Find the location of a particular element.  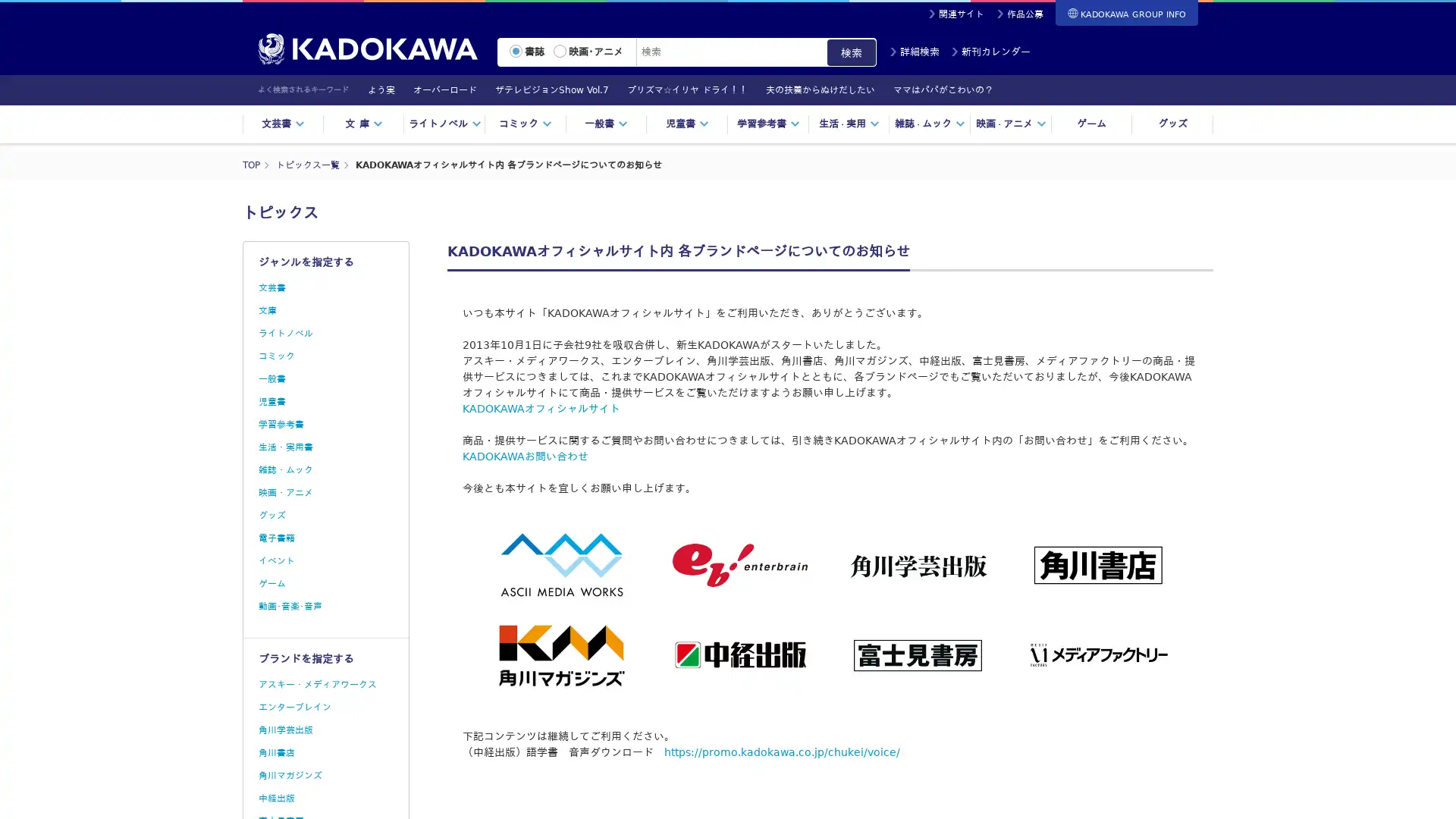

? 4 is located at coordinates (783, 114).